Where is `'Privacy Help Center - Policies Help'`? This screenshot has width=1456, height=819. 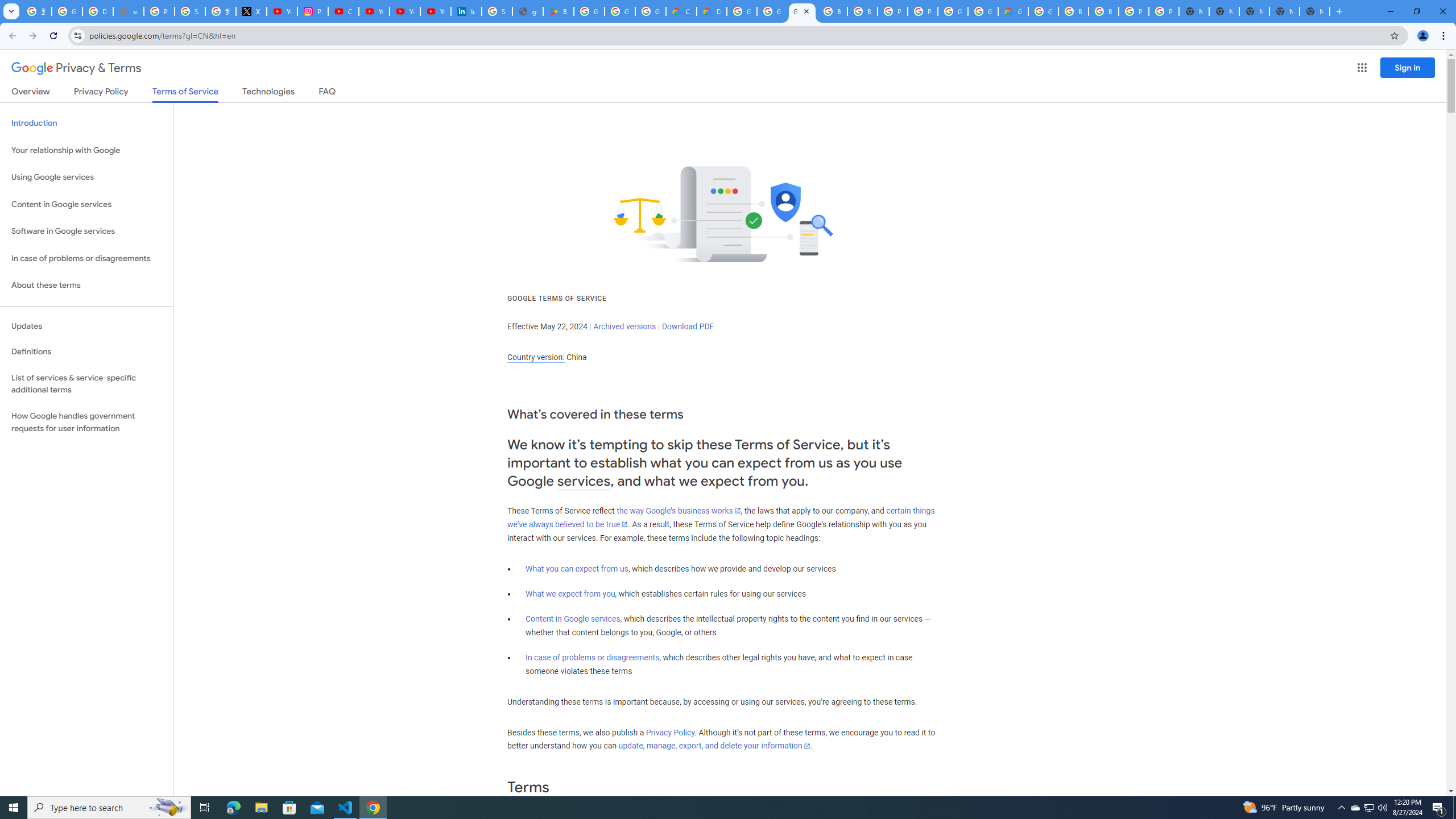 'Privacy Help Center - Policies Help' is located at coordinates (158, 11).